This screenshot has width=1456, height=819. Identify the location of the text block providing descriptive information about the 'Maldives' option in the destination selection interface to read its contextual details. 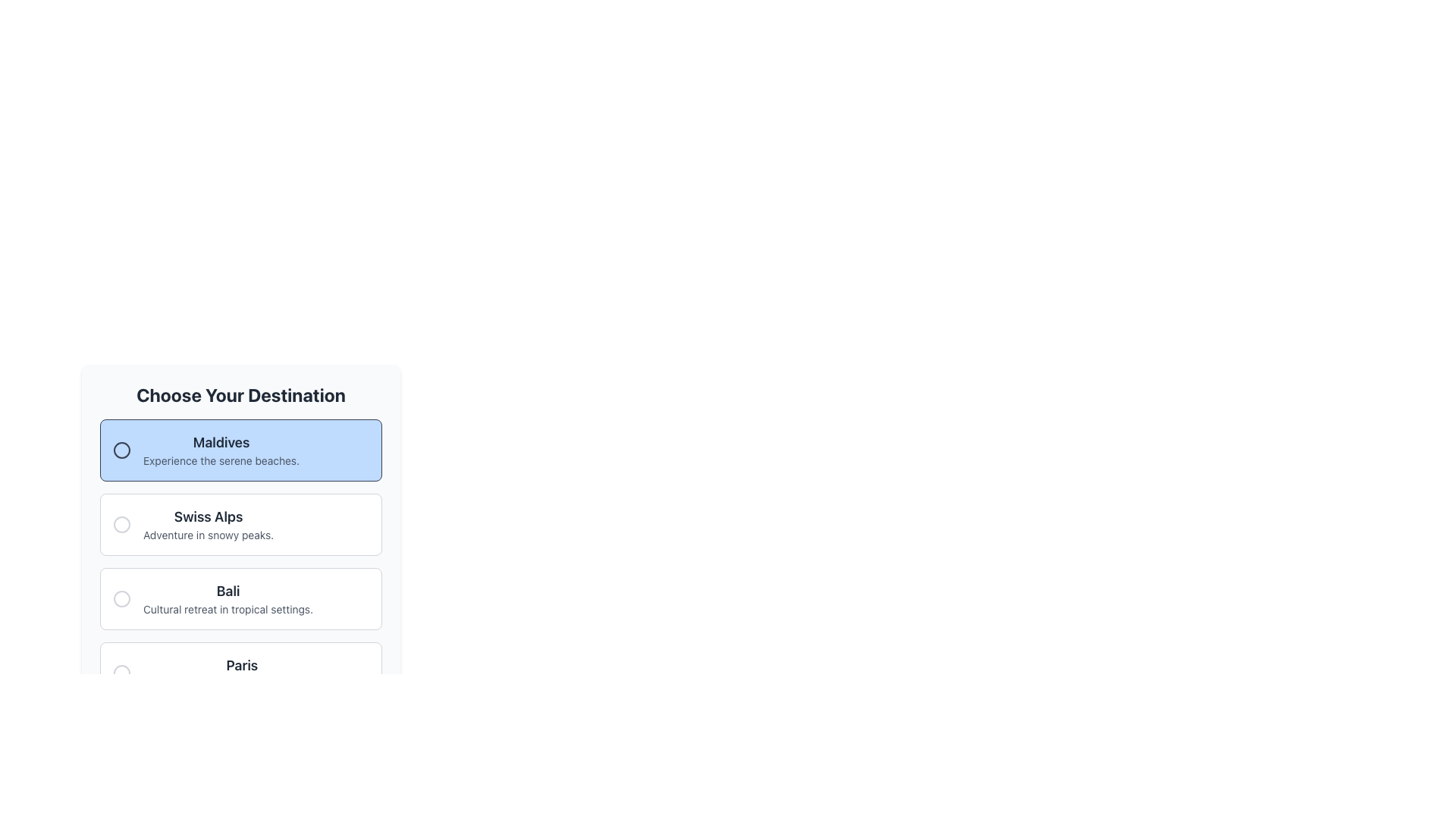
(221, 450).